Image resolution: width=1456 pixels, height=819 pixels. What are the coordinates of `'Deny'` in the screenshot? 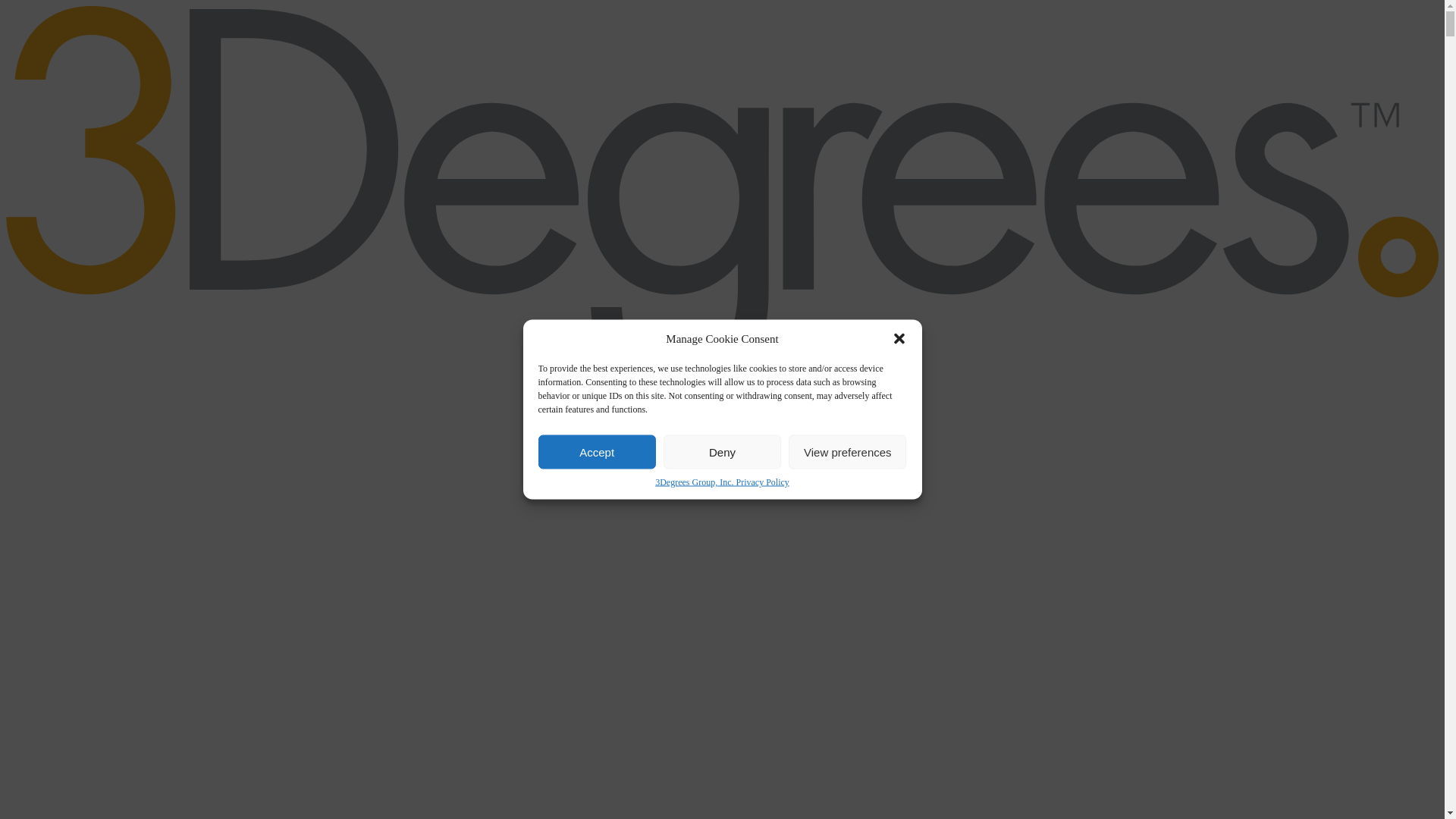 It's located at (721, 451).